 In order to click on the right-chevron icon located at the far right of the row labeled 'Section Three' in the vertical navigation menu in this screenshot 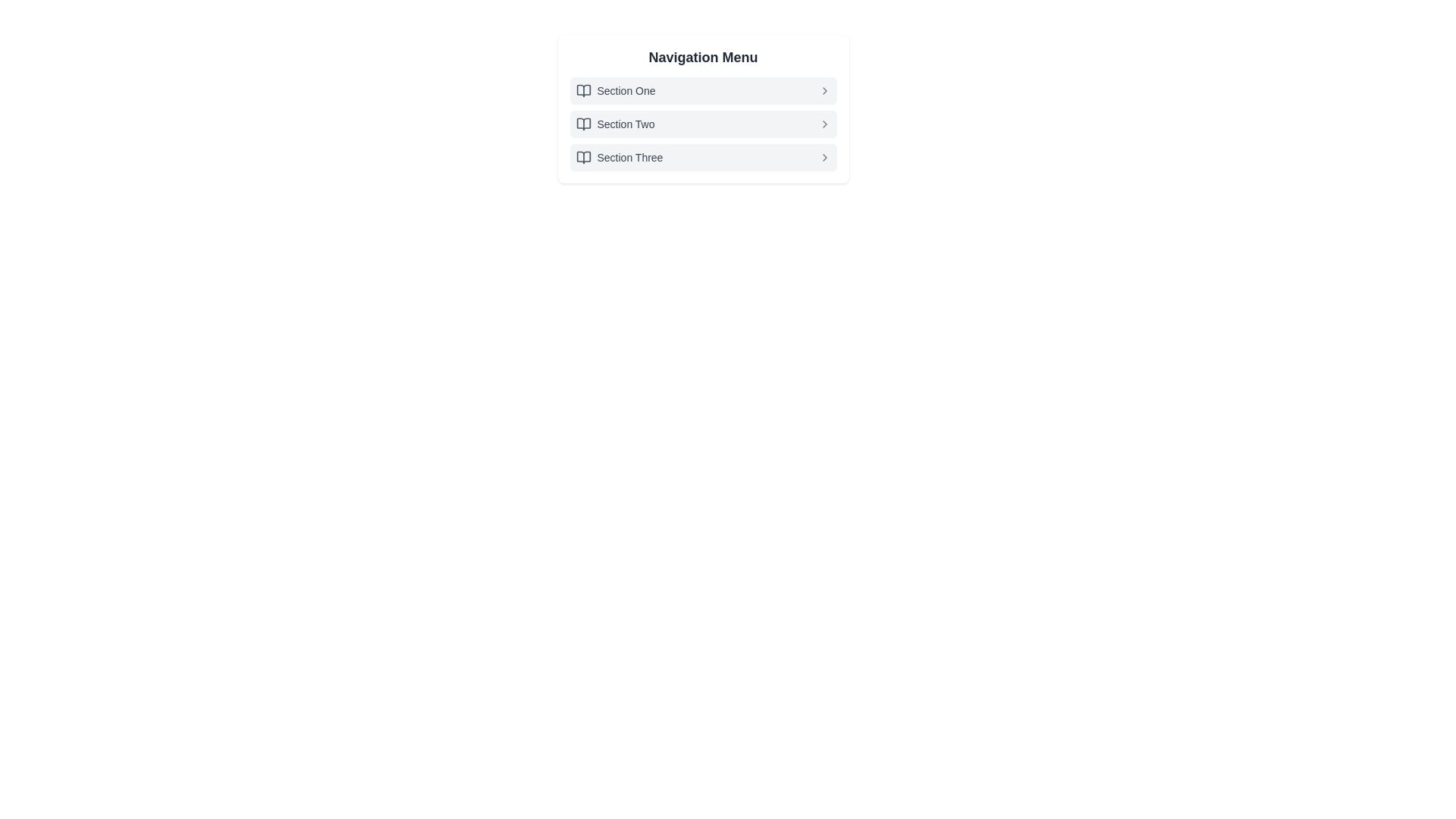, I will do `click(824, 158)`.